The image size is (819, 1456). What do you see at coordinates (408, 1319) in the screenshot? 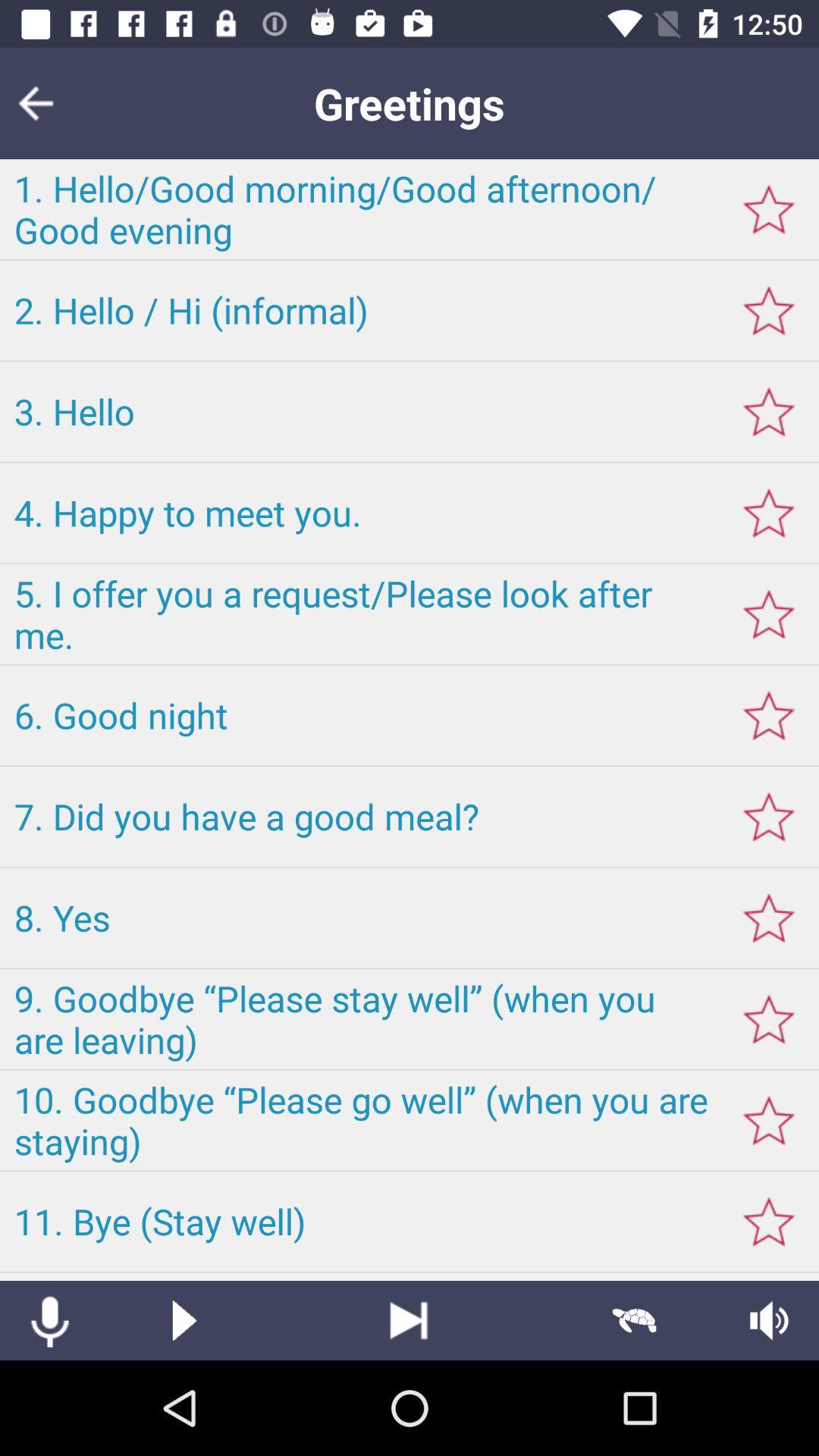
I see `the skip_next icon` at bounding box center [408, 1319].